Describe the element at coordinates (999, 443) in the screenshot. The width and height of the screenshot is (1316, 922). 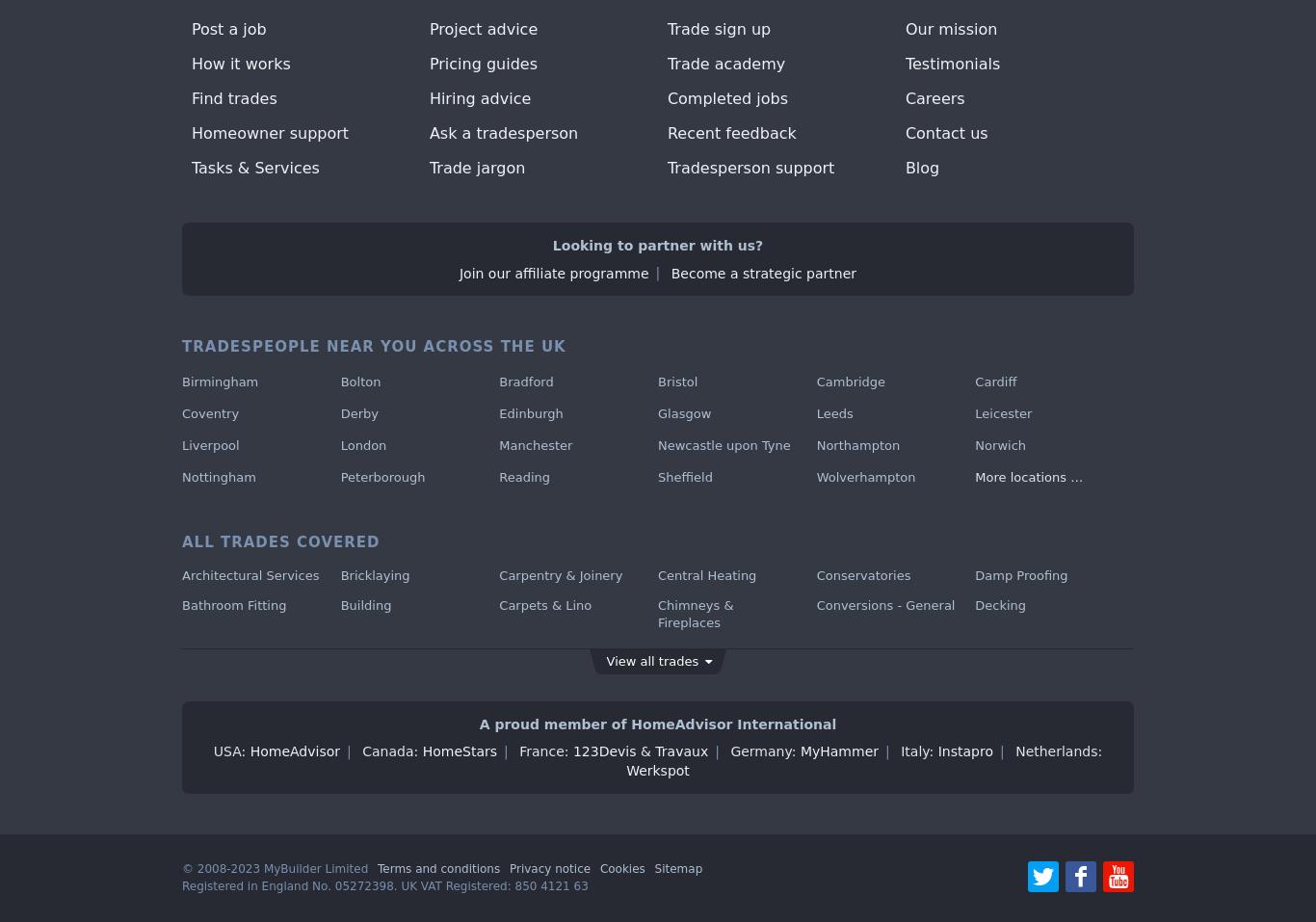
I see `'Norwich'` at that location.